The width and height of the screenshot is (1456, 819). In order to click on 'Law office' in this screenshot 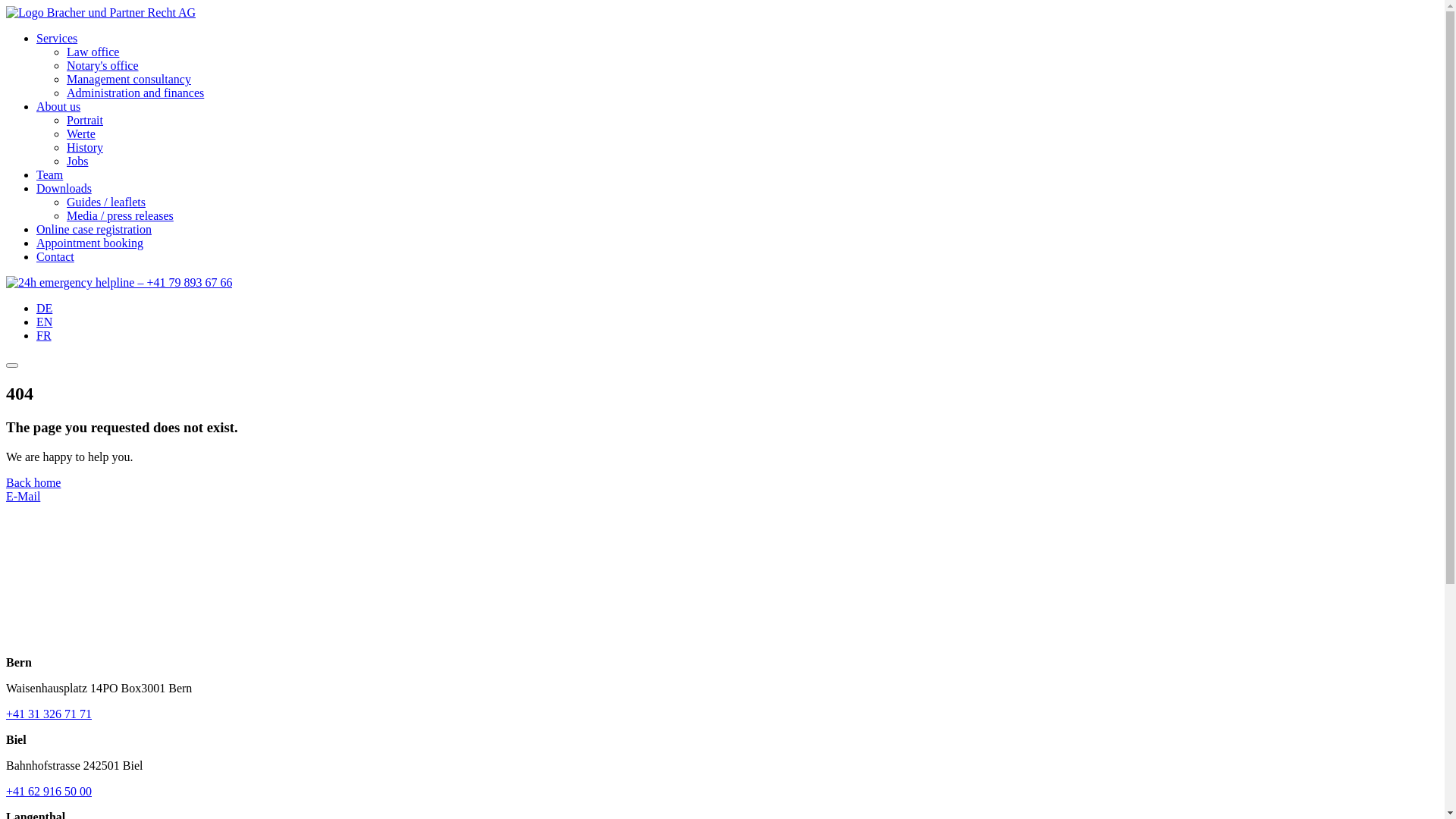, I will do `click(65, 51)`.